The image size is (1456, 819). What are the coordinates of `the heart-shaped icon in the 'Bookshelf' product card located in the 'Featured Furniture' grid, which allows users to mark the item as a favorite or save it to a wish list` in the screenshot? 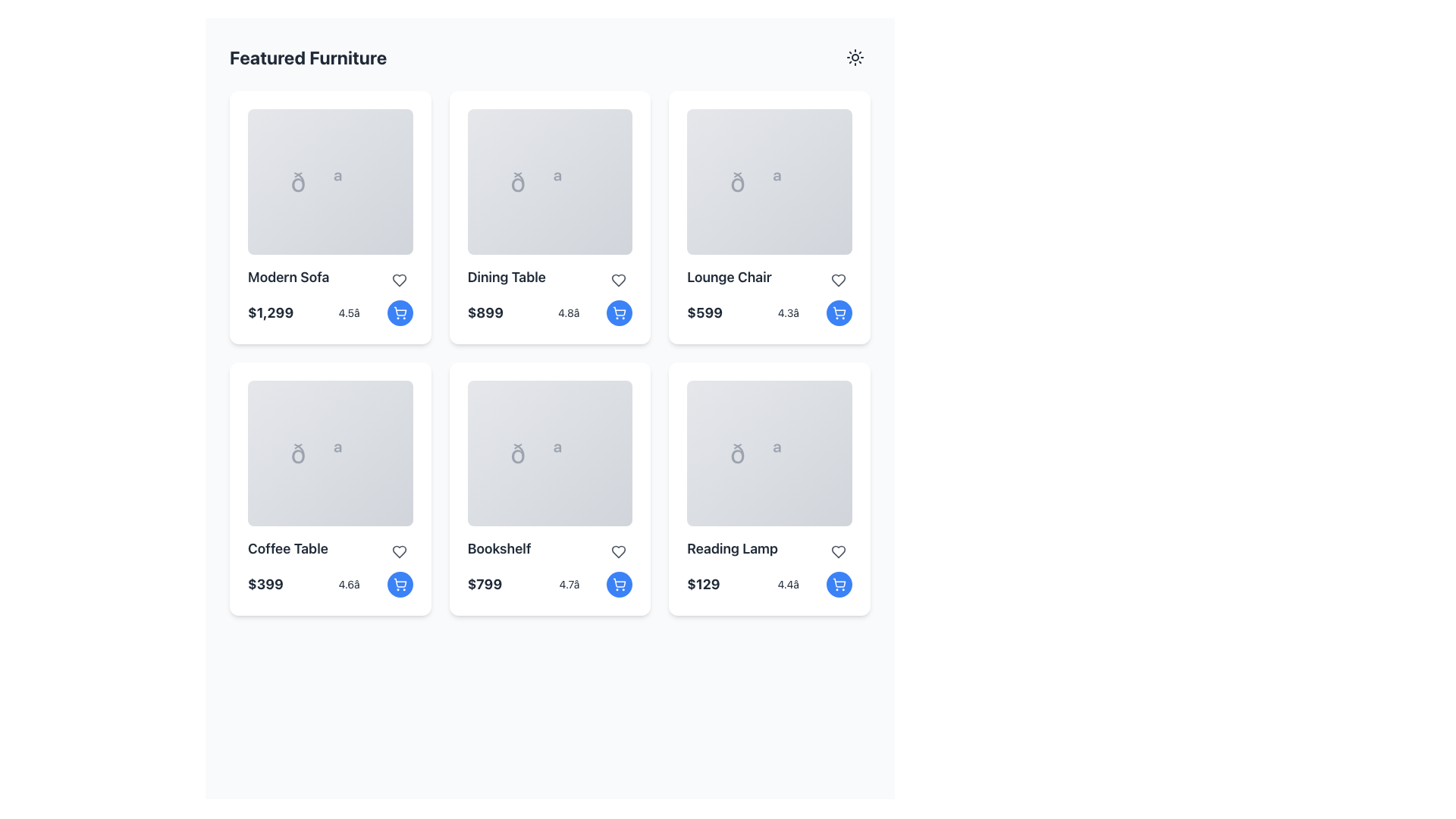 It's located at (619, 552).